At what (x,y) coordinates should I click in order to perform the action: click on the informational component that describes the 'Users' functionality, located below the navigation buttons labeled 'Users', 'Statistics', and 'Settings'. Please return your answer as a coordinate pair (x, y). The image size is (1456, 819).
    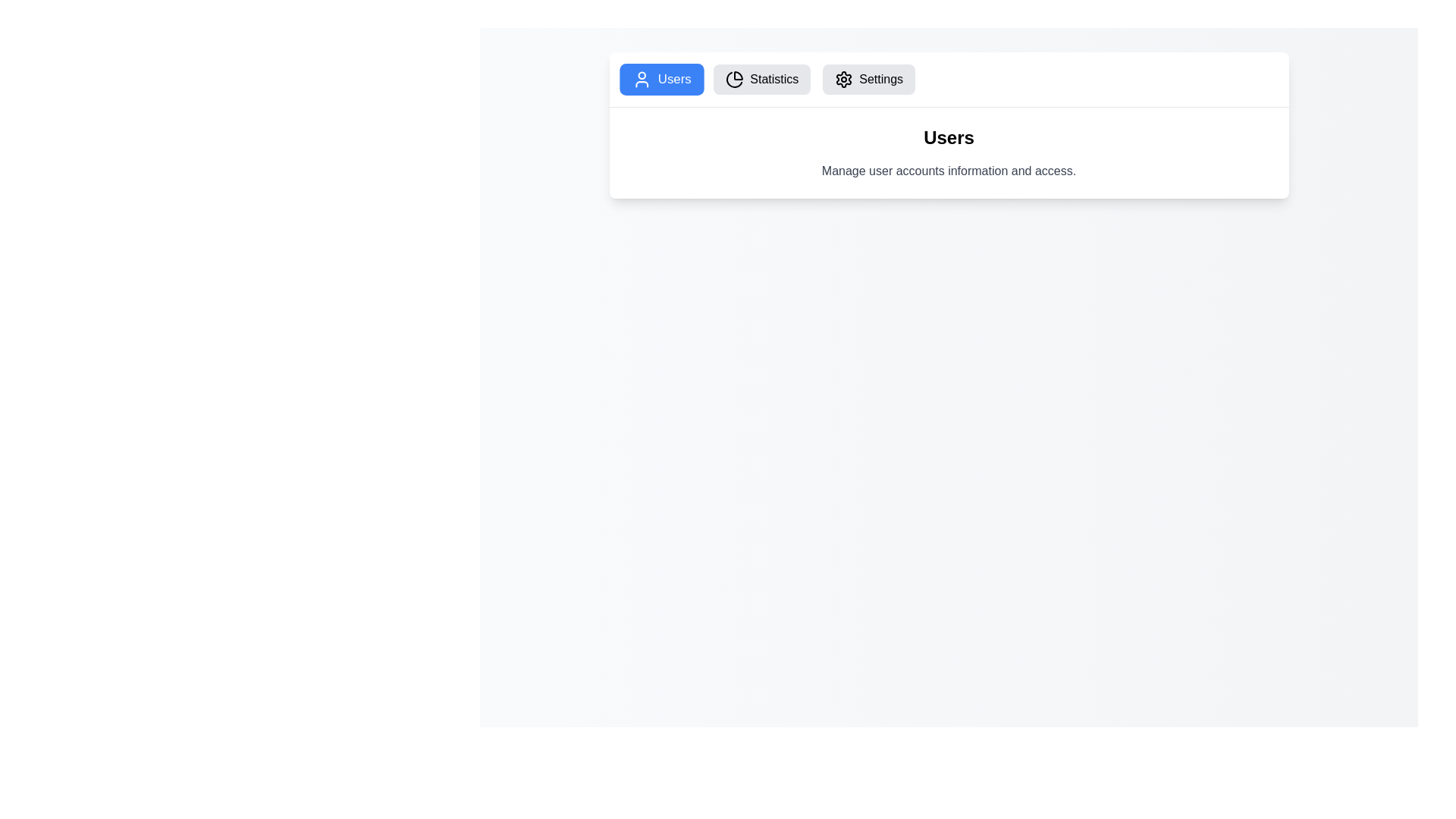
    Looking at the image, I should click on (948, 152).